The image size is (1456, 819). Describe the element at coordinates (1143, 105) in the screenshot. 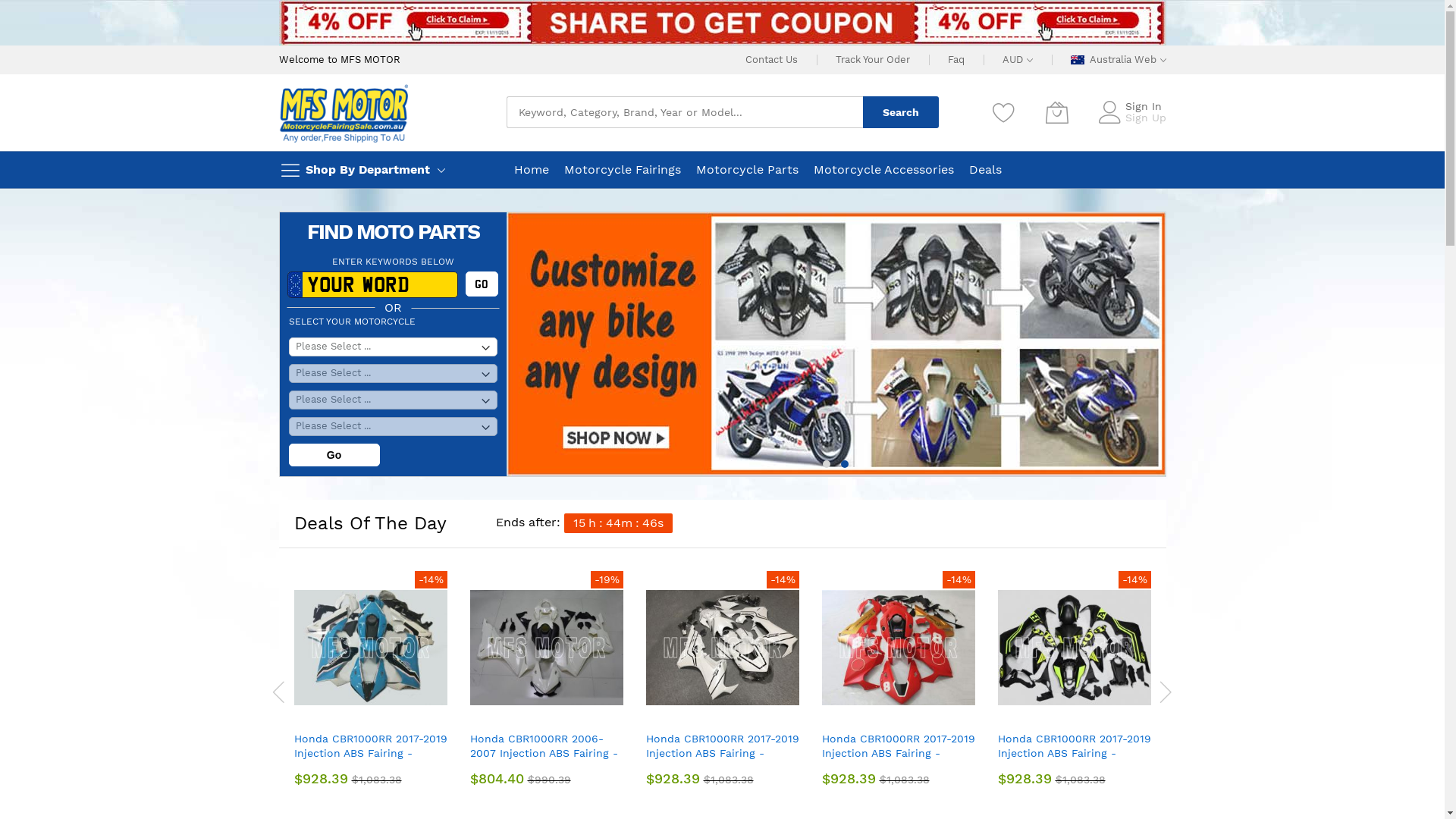

I see `'Sign In'` at that location.